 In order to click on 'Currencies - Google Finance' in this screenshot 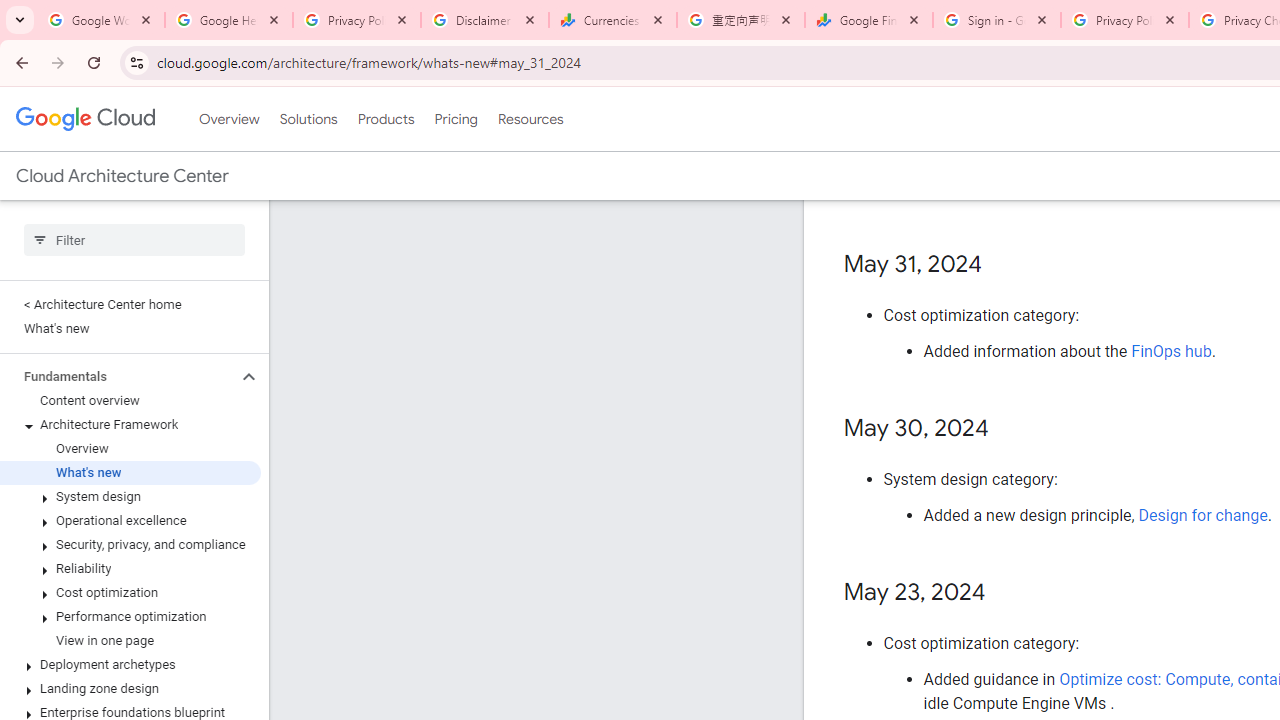, I will do `click(612, 20)`.